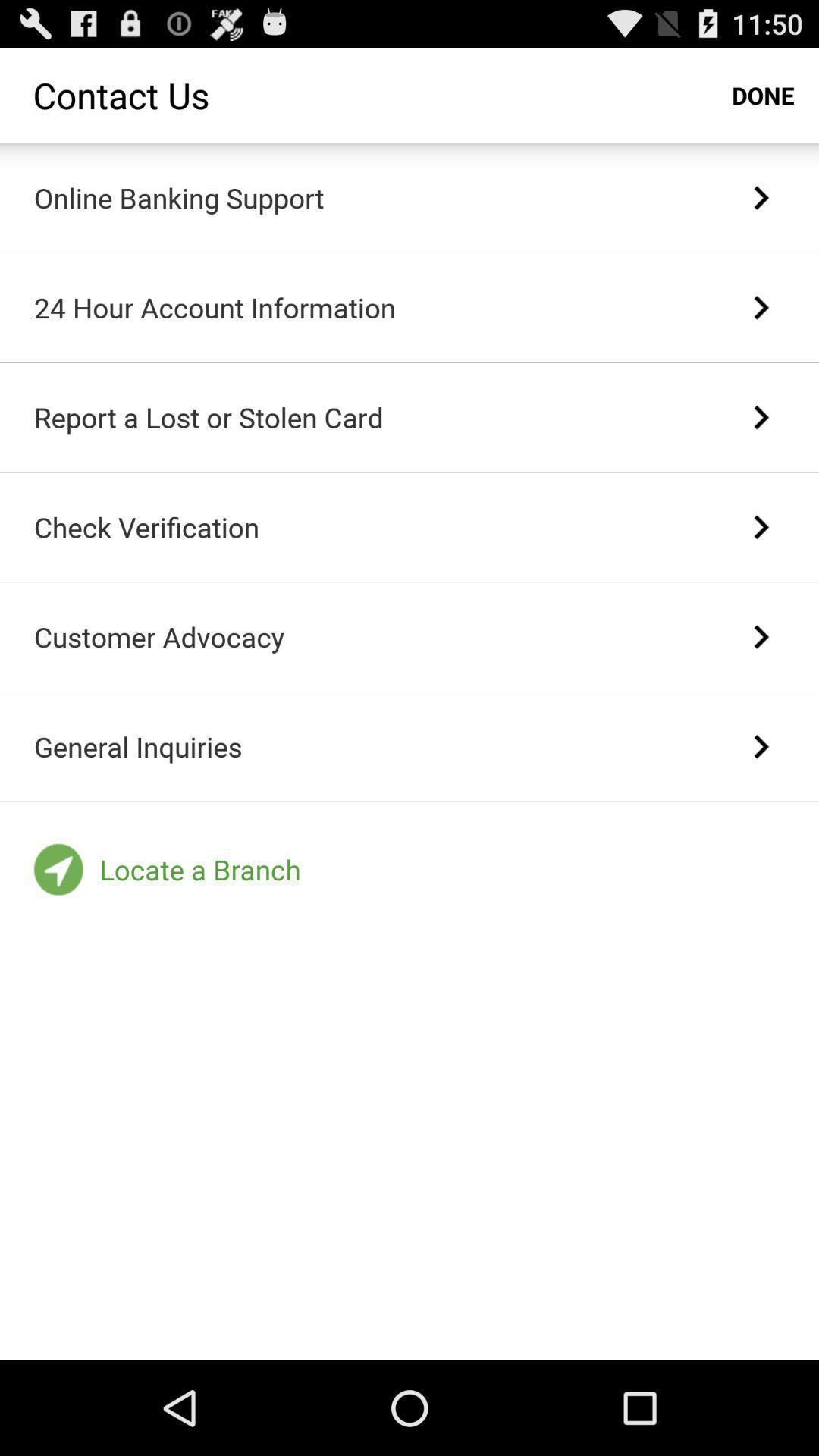 The height and width of the screenshot is (1456, 819). Describe the element at coordinates (761, 418) in the screenshot. I see `the third arrow icon from top` at that location.